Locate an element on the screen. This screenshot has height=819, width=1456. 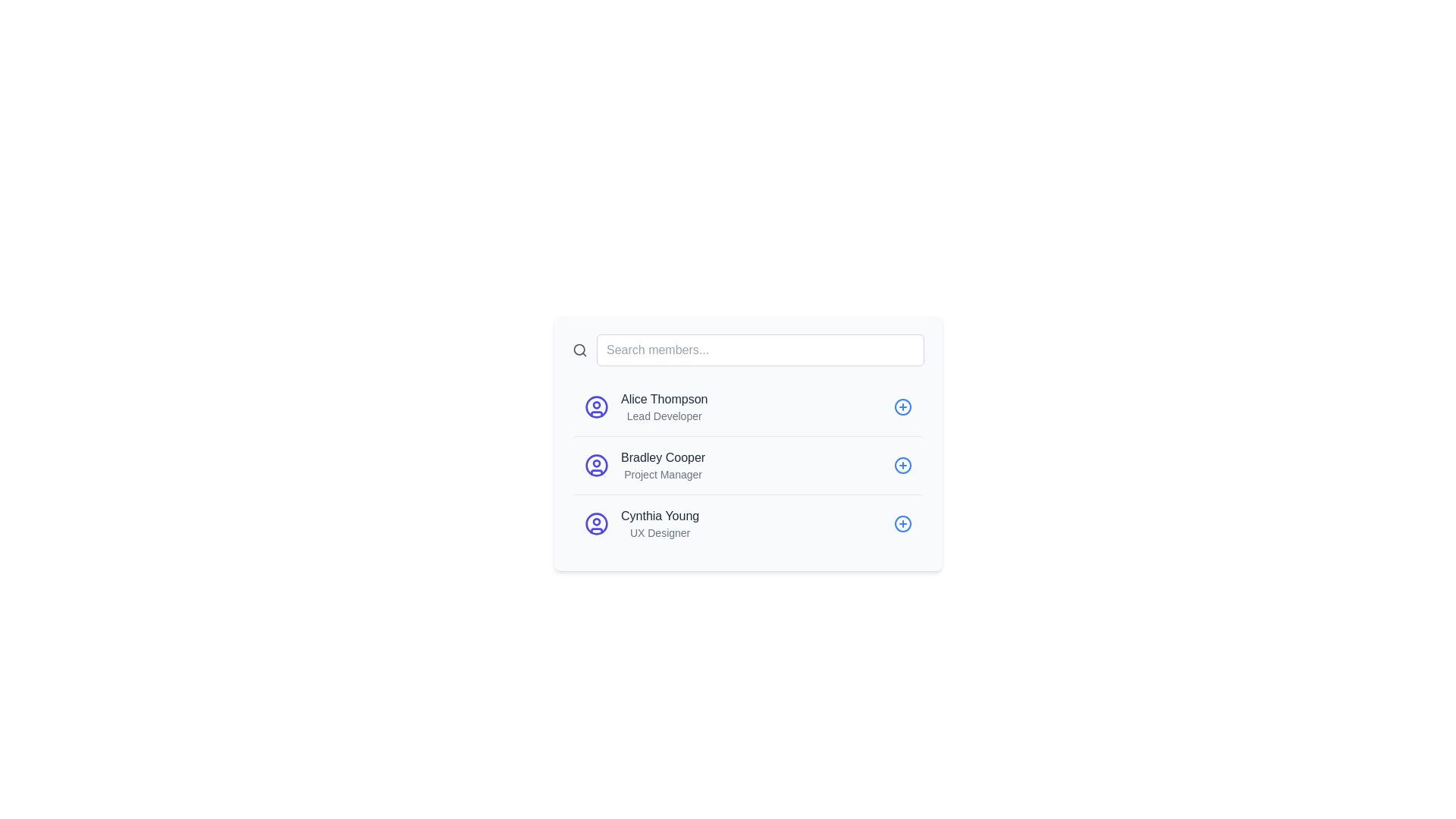
the circular user avatar icon with an indigo border and a white background, which features a simplistic representation of a head and shoulders, located to the left of the name 'Cynthia Young' in the third row of the user profiles list is located at coordinates (596, 522).